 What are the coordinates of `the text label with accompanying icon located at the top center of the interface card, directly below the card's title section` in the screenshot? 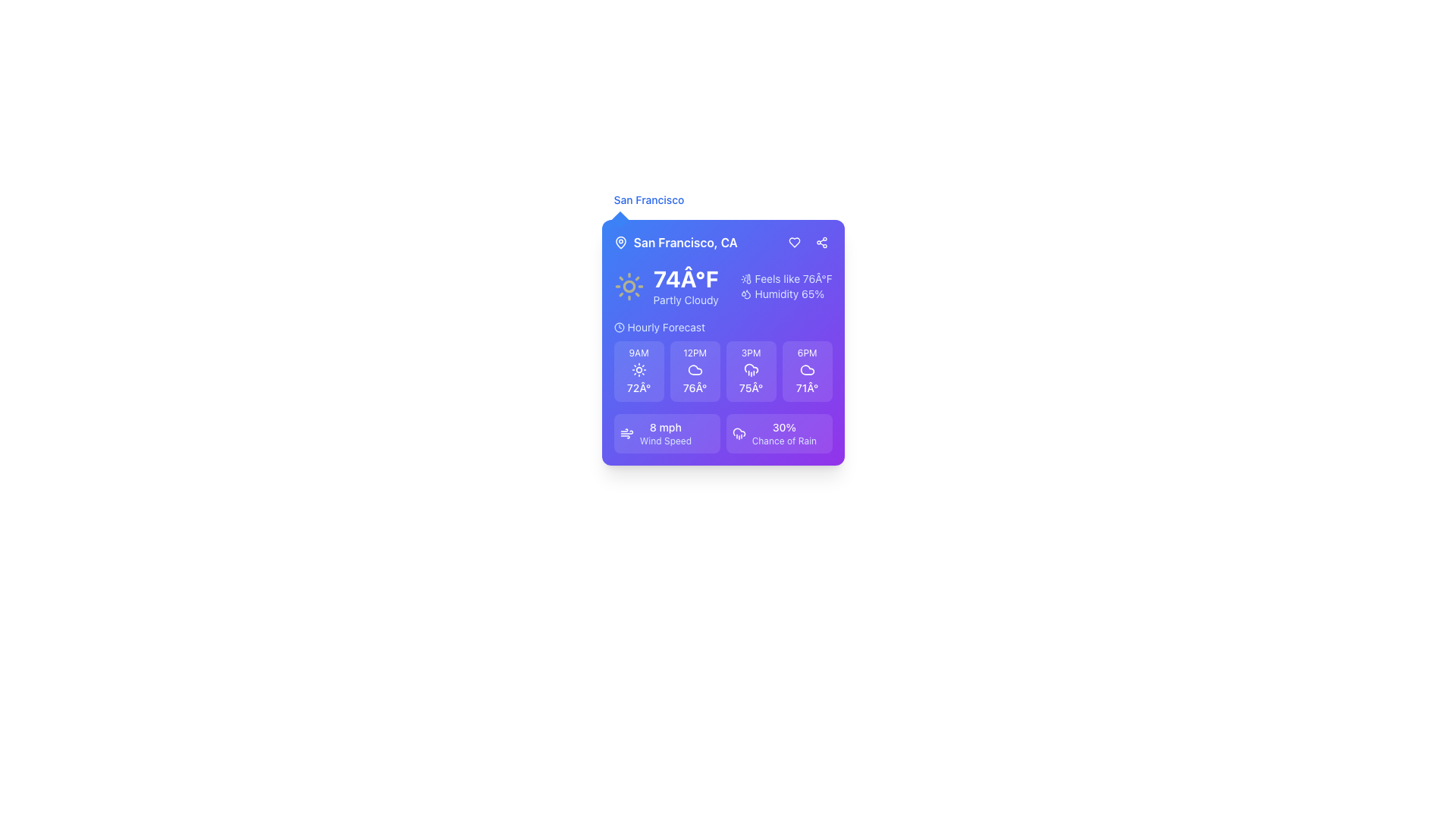 It's located at (722, 242).